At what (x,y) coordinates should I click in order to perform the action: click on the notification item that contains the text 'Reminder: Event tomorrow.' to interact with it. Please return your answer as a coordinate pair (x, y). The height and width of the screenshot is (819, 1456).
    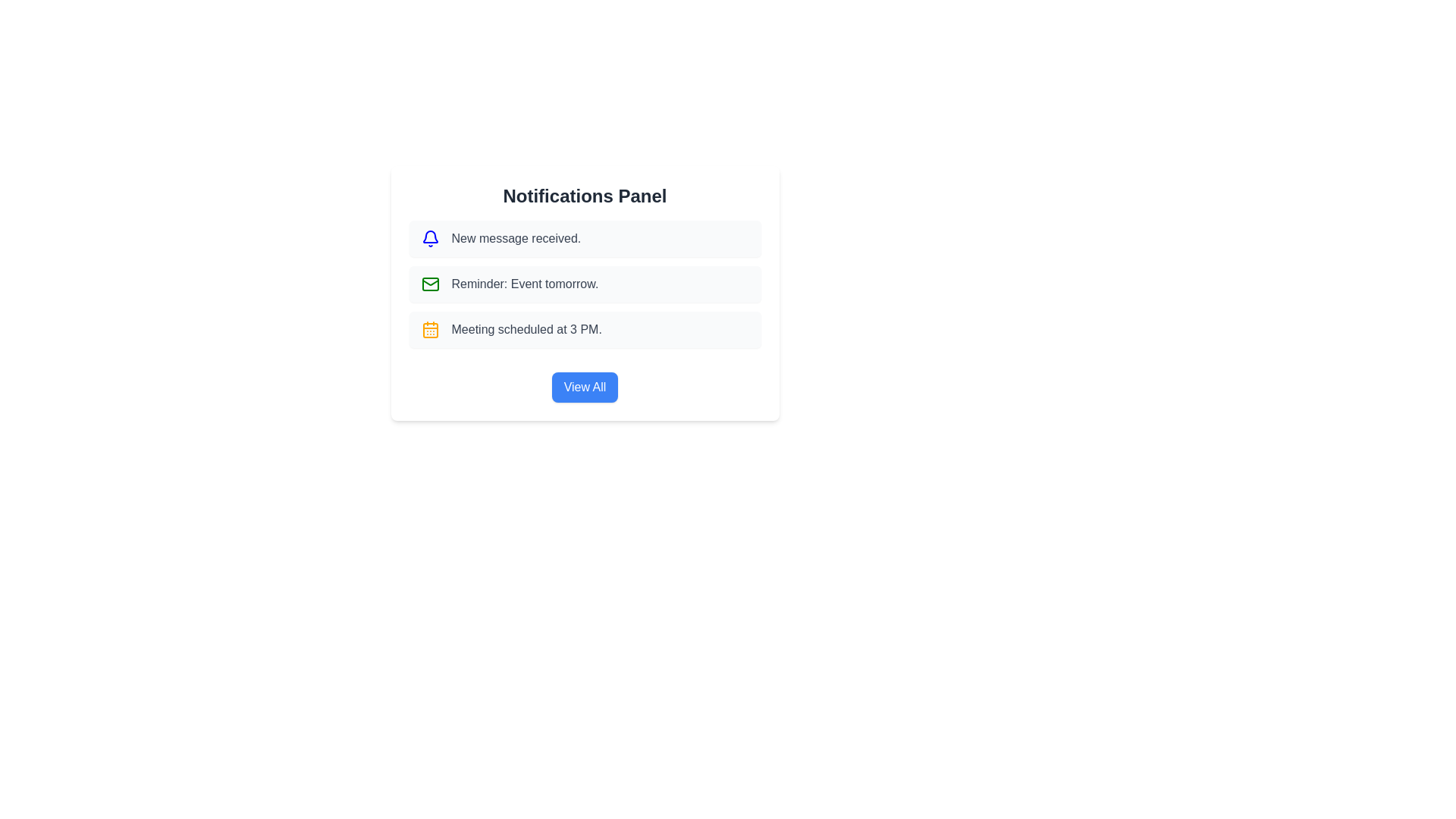
    Looking at the image, I should click on (584, 284).